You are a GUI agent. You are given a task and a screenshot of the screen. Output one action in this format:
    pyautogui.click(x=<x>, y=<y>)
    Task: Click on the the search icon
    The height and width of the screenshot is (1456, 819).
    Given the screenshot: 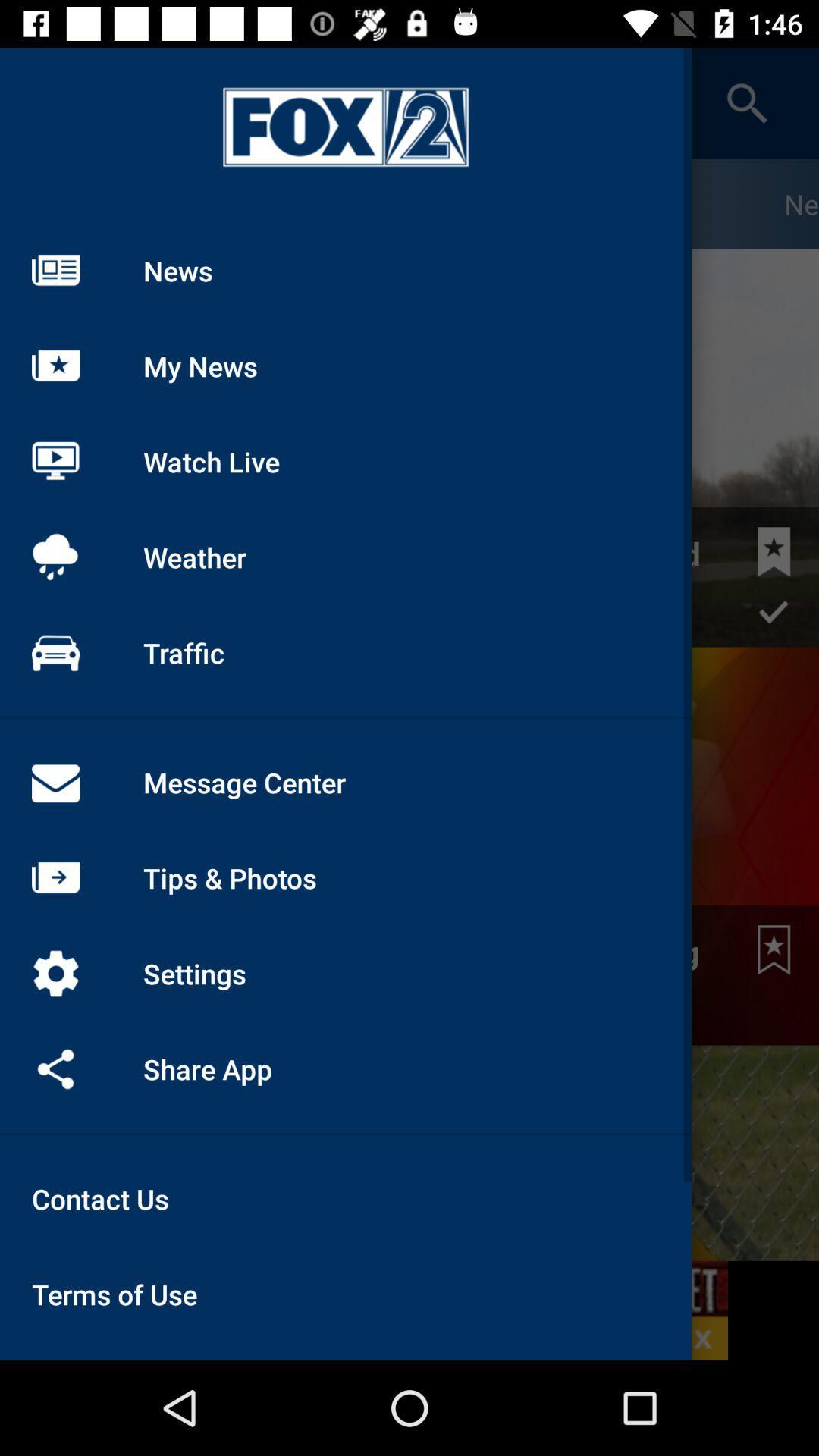 What is the action you would take?
    pyautogui.click(x=746, y=102)
    